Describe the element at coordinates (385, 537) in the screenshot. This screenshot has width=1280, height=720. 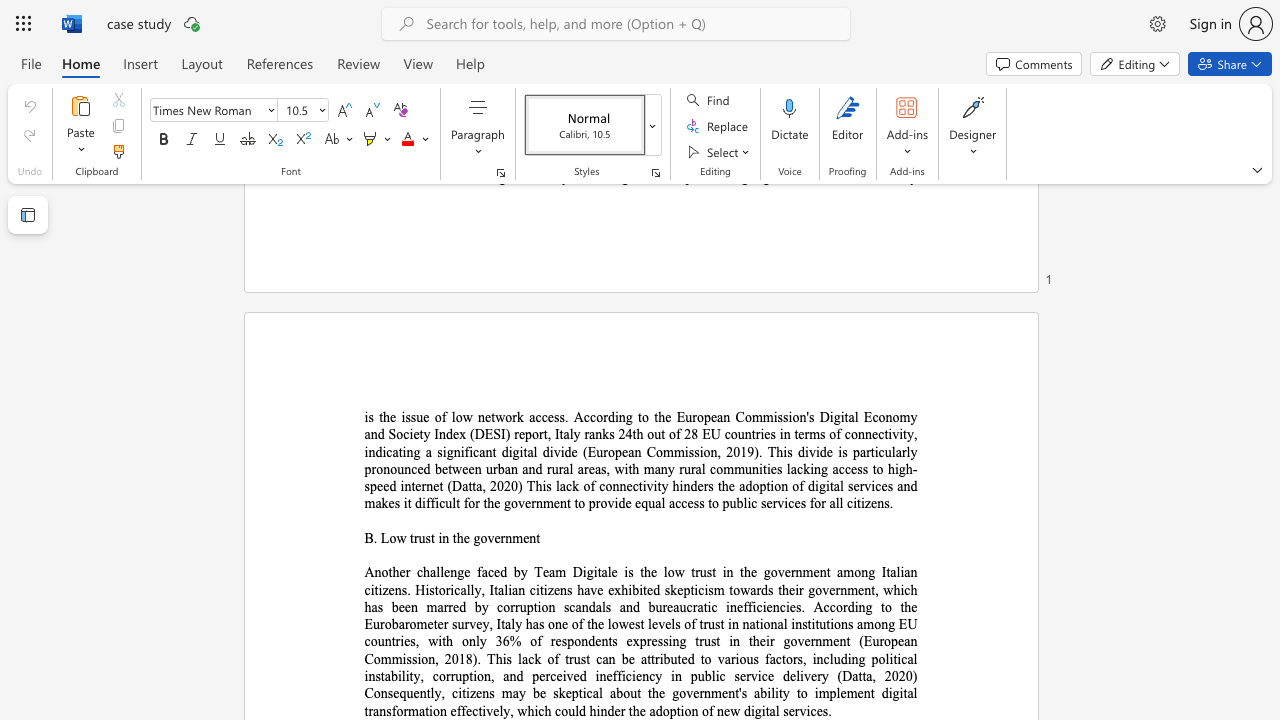
I see `the 1th character "L" in the text` at that location.